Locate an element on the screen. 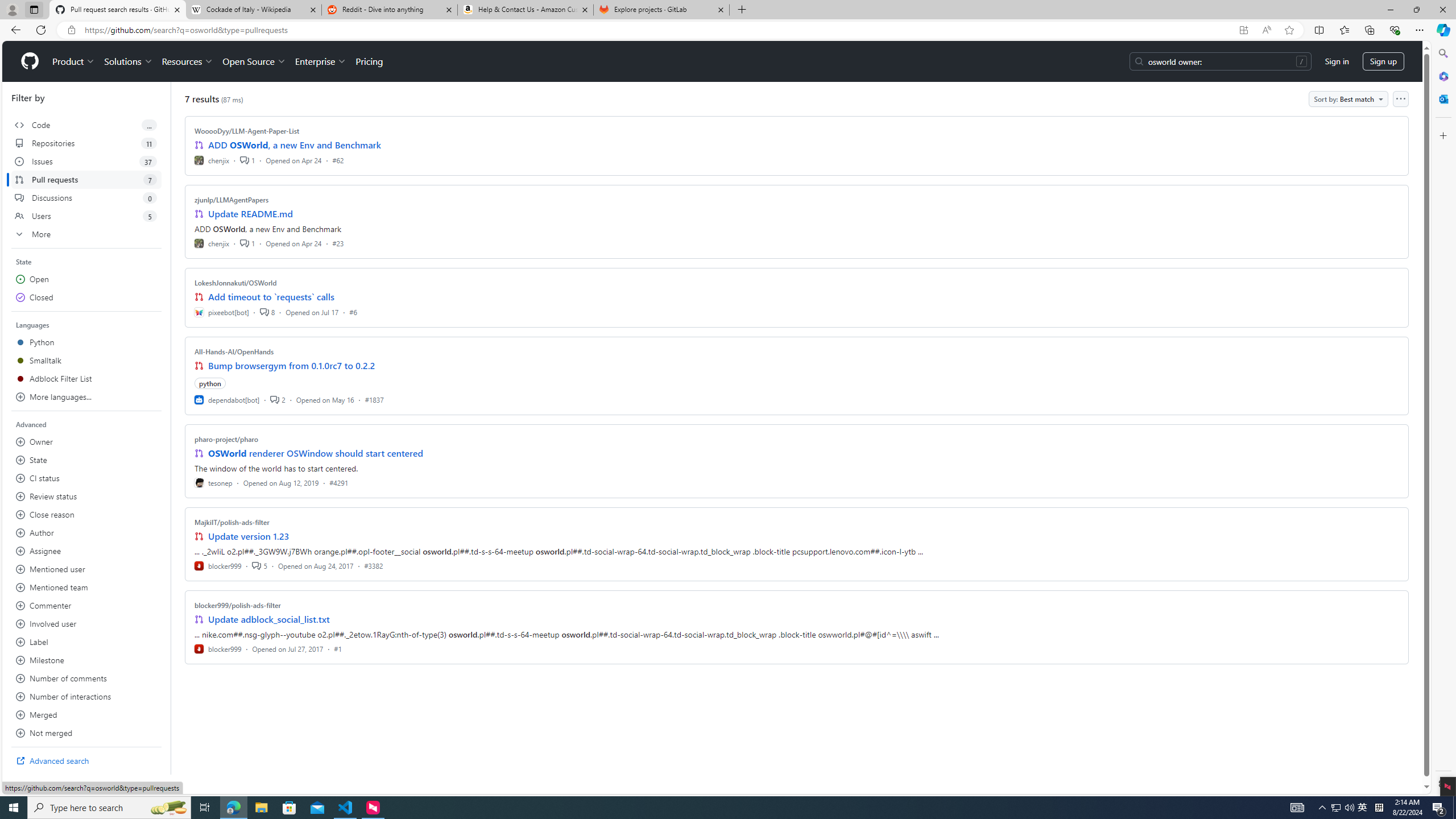 The width and height of the screenshot is (1456, 819). 'All-Hands-AI/OpenHands' is located at coordinates (234, 350).